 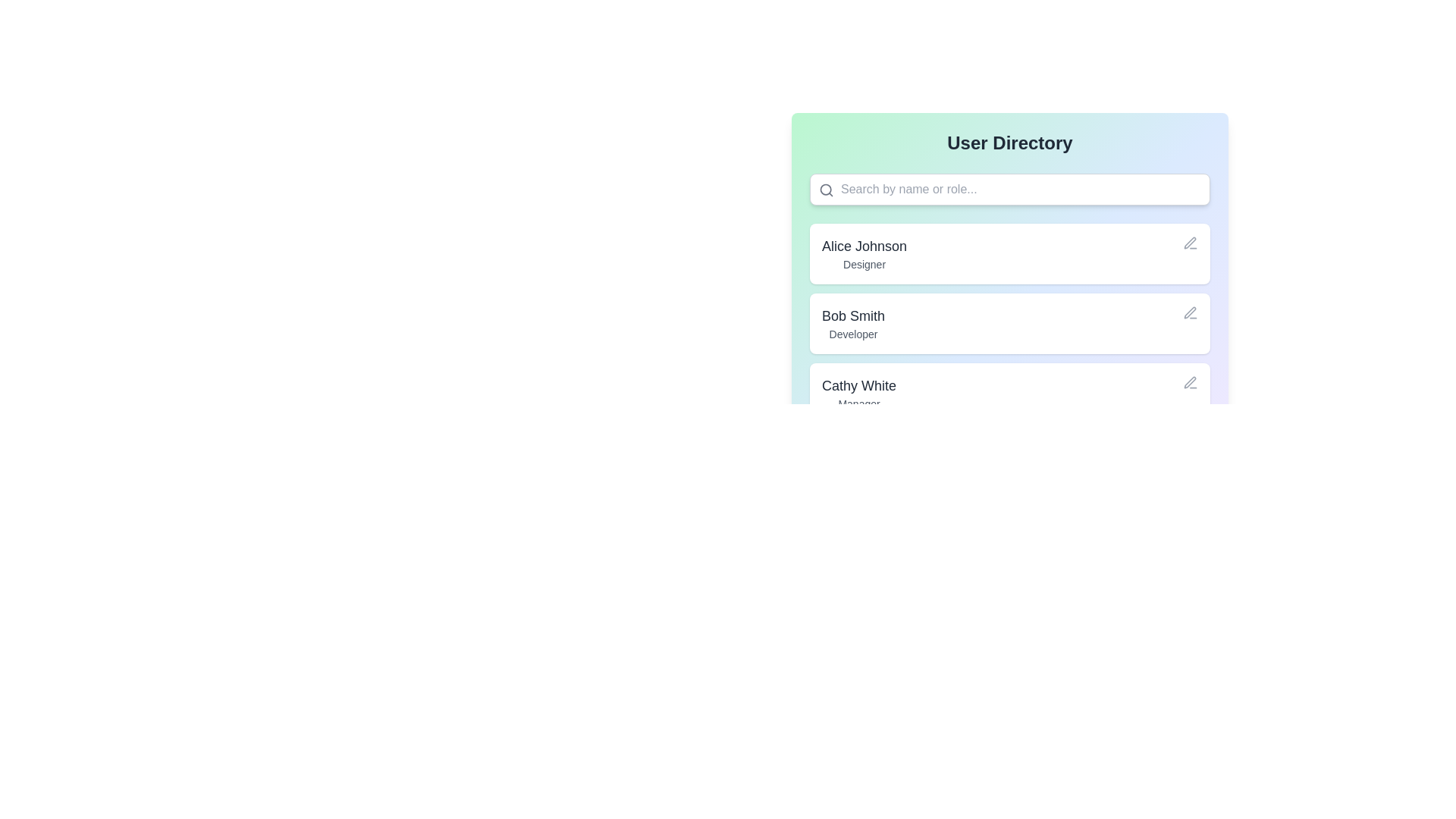 What do you see at coordinates (825, 189) in the screenshot?
I see `the magnifying glass icon located at the top-left corner of the search bar, which symbolizes a search action` at bounding box center [825, 189].